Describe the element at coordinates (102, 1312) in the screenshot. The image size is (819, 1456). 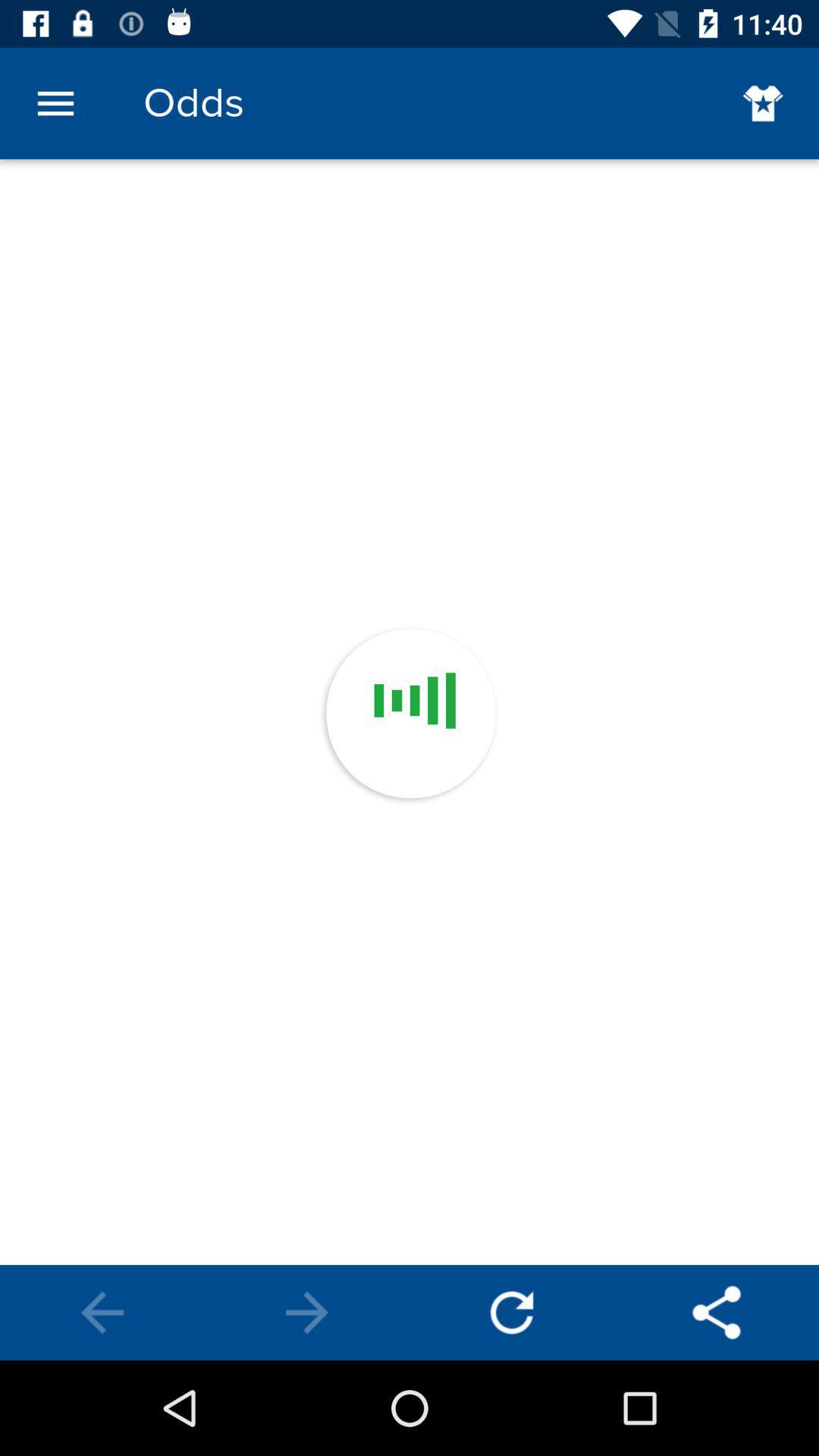
I see `go back` at that location.